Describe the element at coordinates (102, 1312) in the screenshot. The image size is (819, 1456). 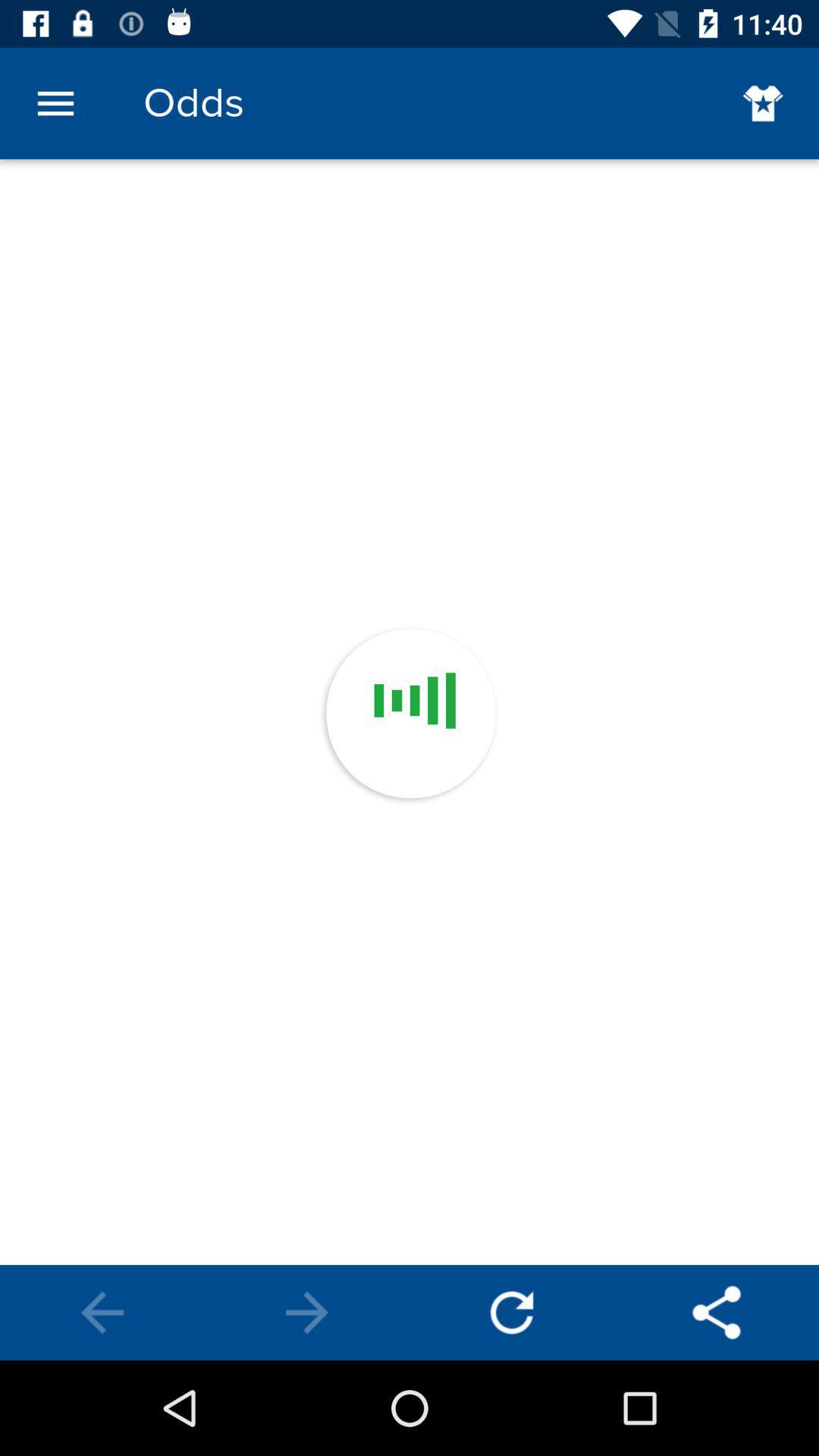
I see `go back` at that location.